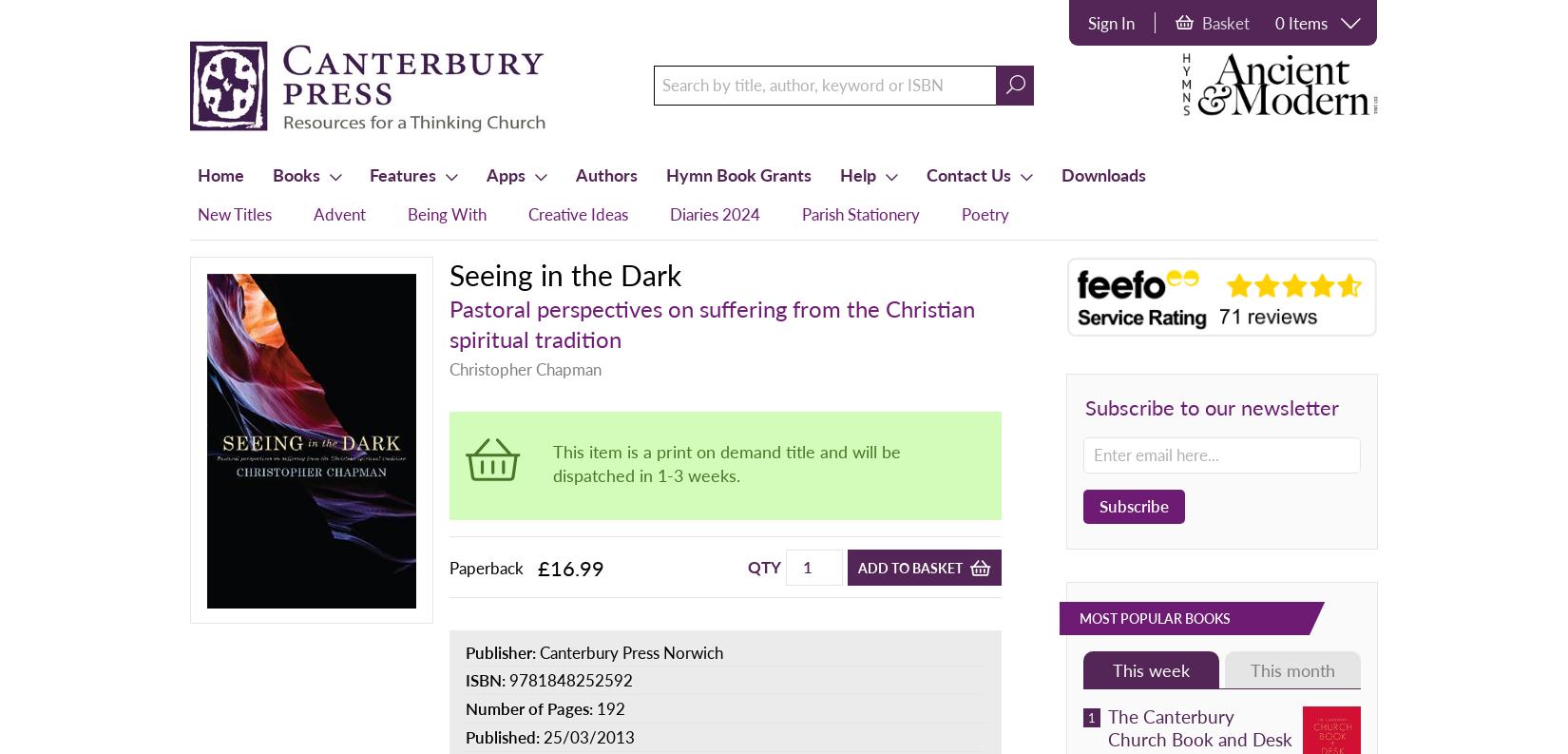 This screenshot has width=1568, height=754. I want to click on 'Publisher:', so click(501, 650).